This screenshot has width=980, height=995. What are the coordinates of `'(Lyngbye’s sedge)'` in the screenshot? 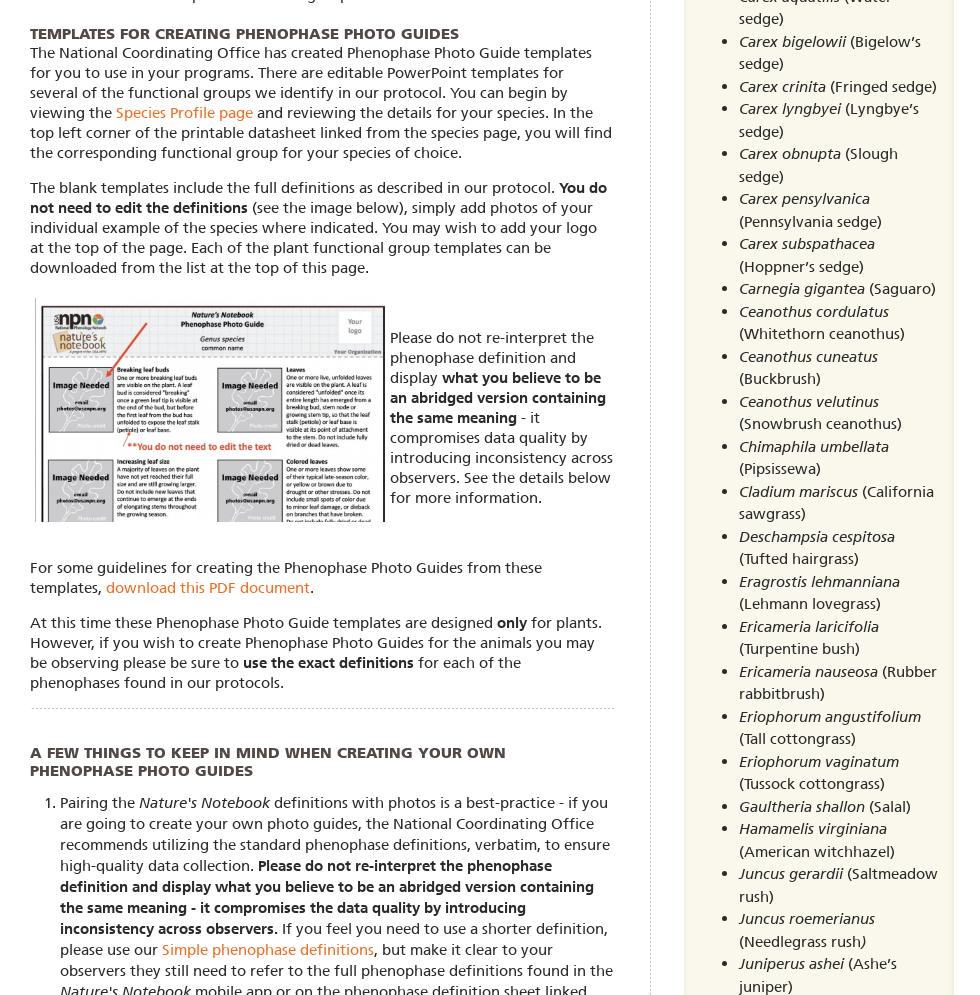 It's located at (828, 118).